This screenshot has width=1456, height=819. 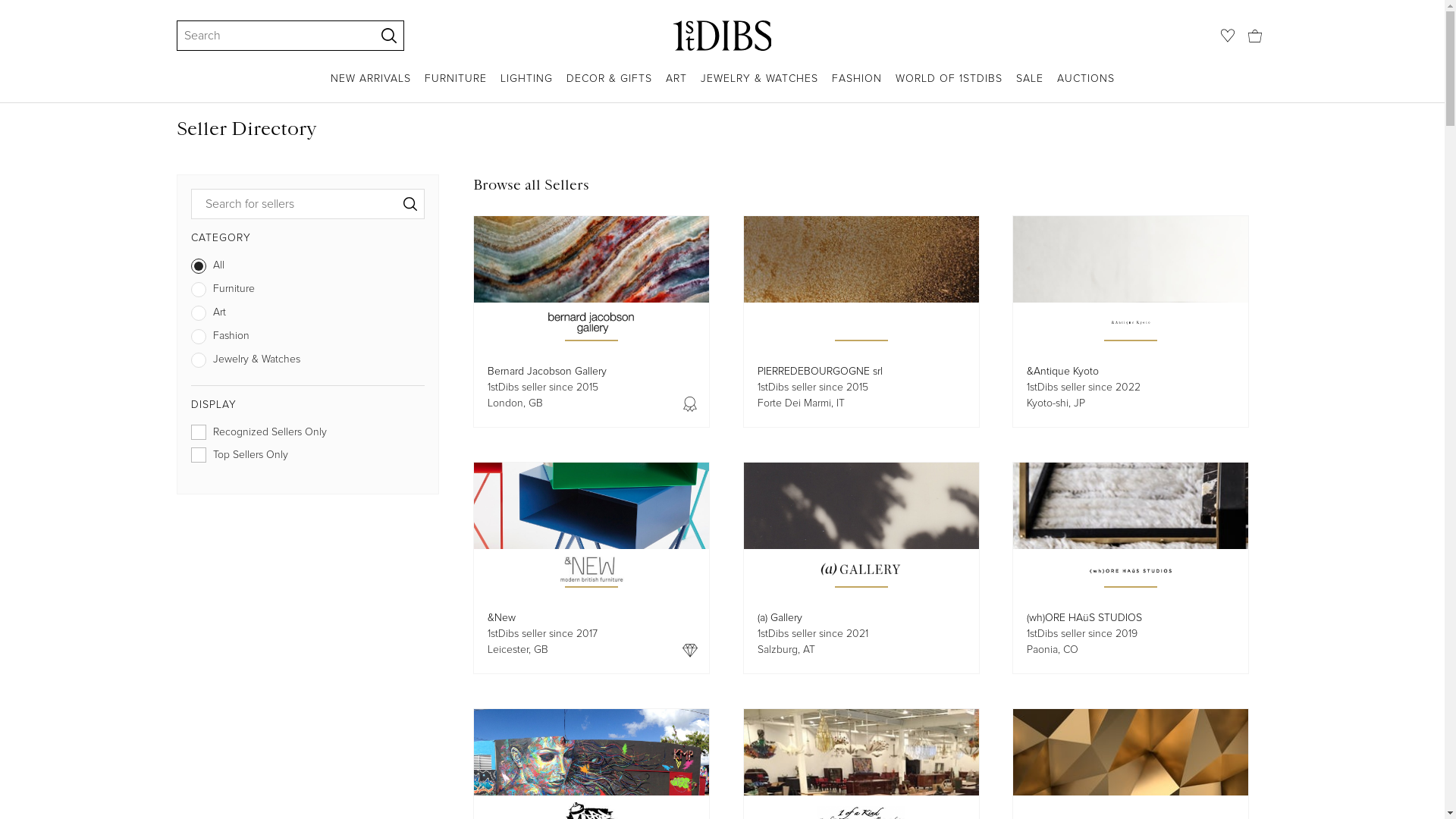 What do you see at coordinates (307, 457) in the screenshot?
I see `'Top Sellers Only'` at bounding box center [307, 457].